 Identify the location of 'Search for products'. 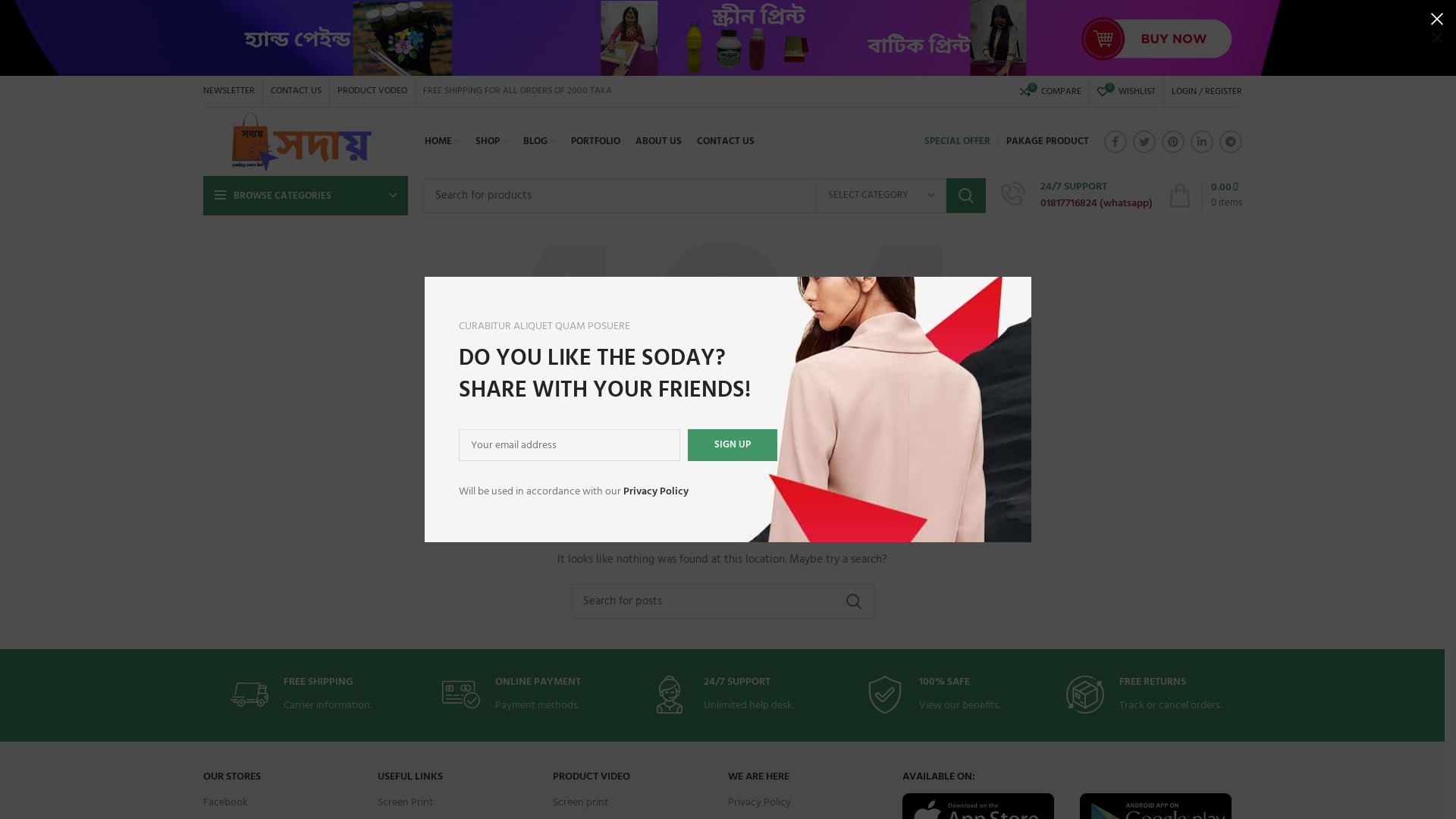
(704, 195).